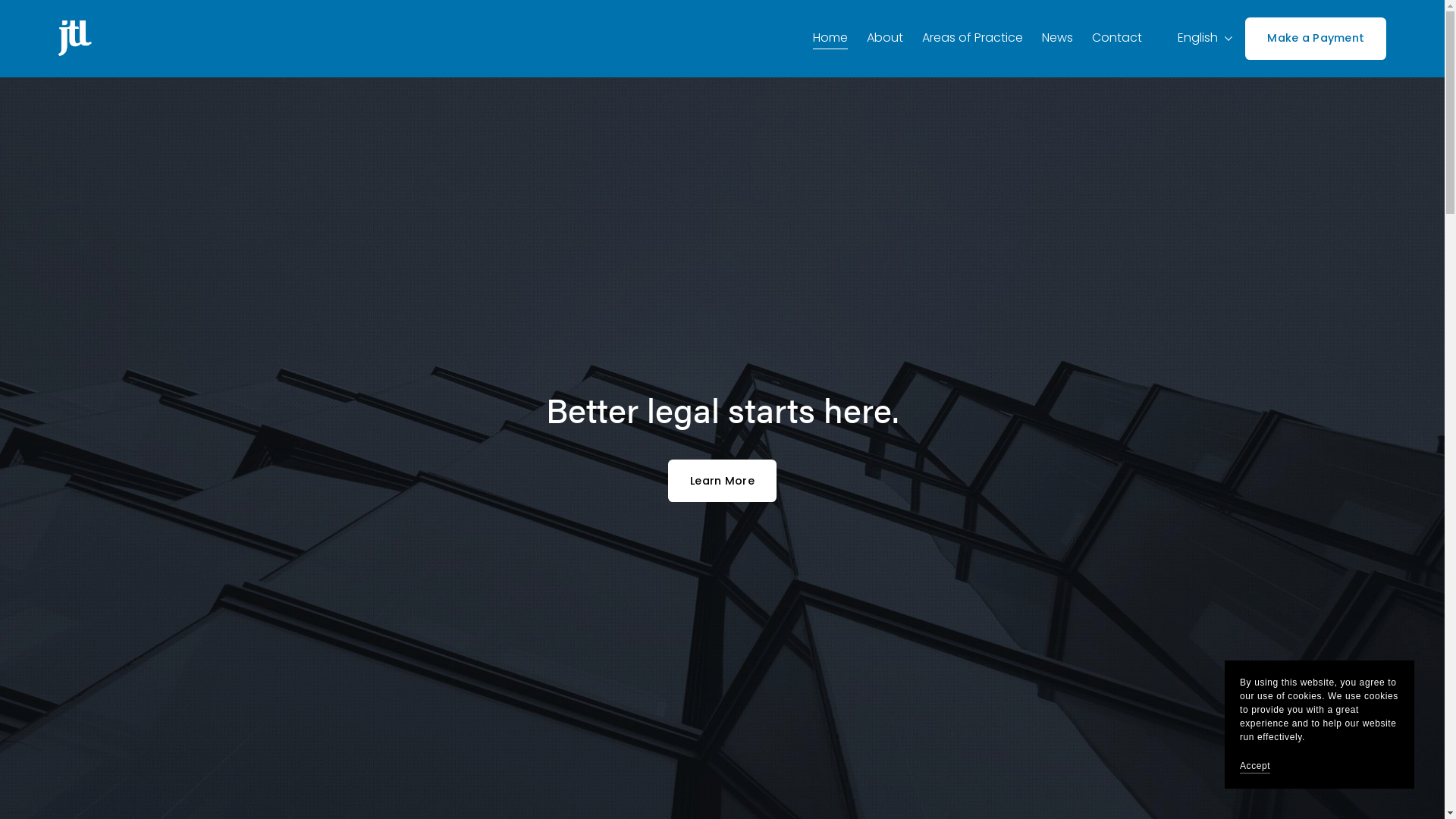 This screenshot has height=819, width=1456. What do you see at coordinates (1314, 37) in the screenshot?
I see `'Make a Payment'` at bounding box center [1314, 37].